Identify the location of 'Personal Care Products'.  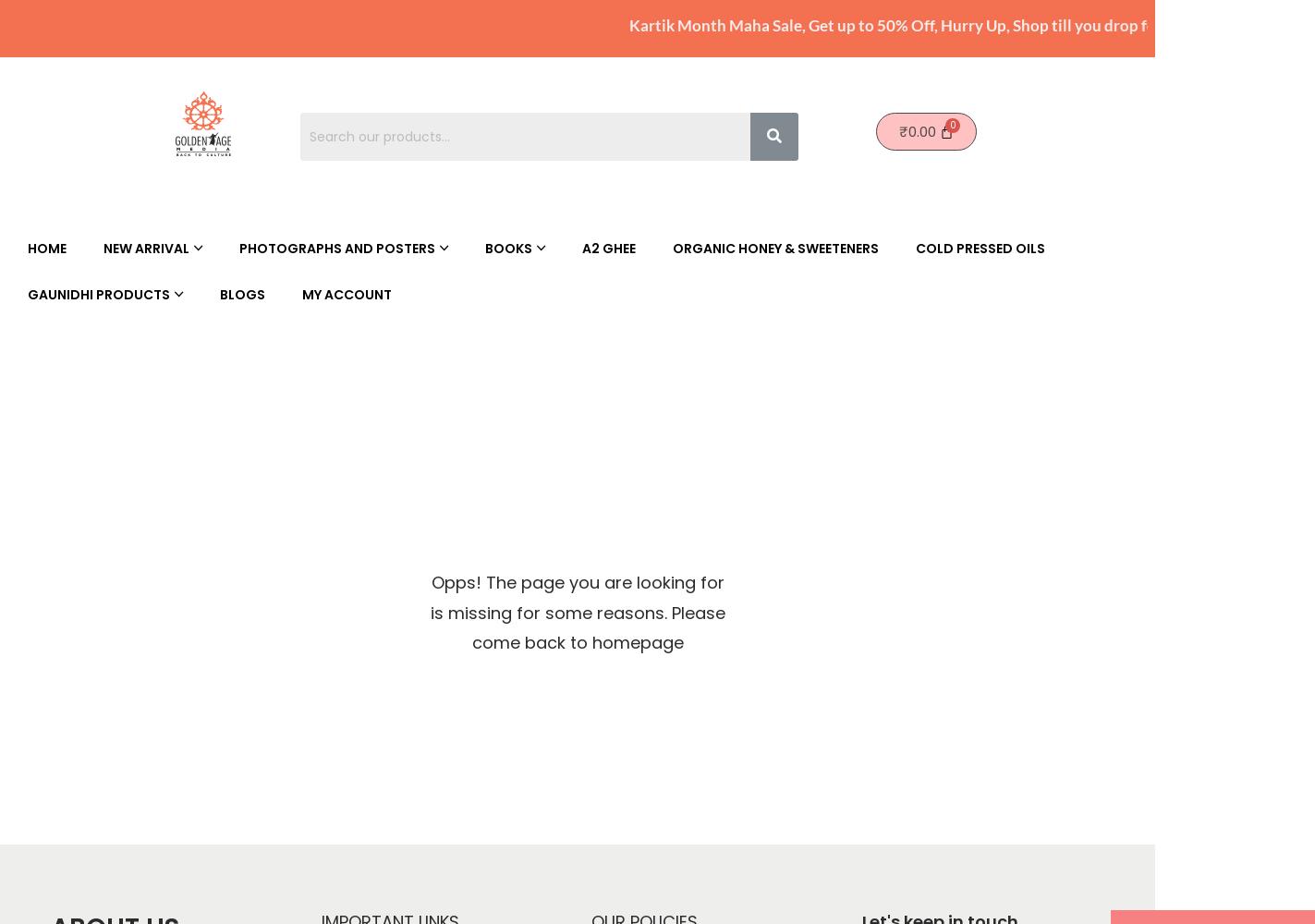
(103, 713).